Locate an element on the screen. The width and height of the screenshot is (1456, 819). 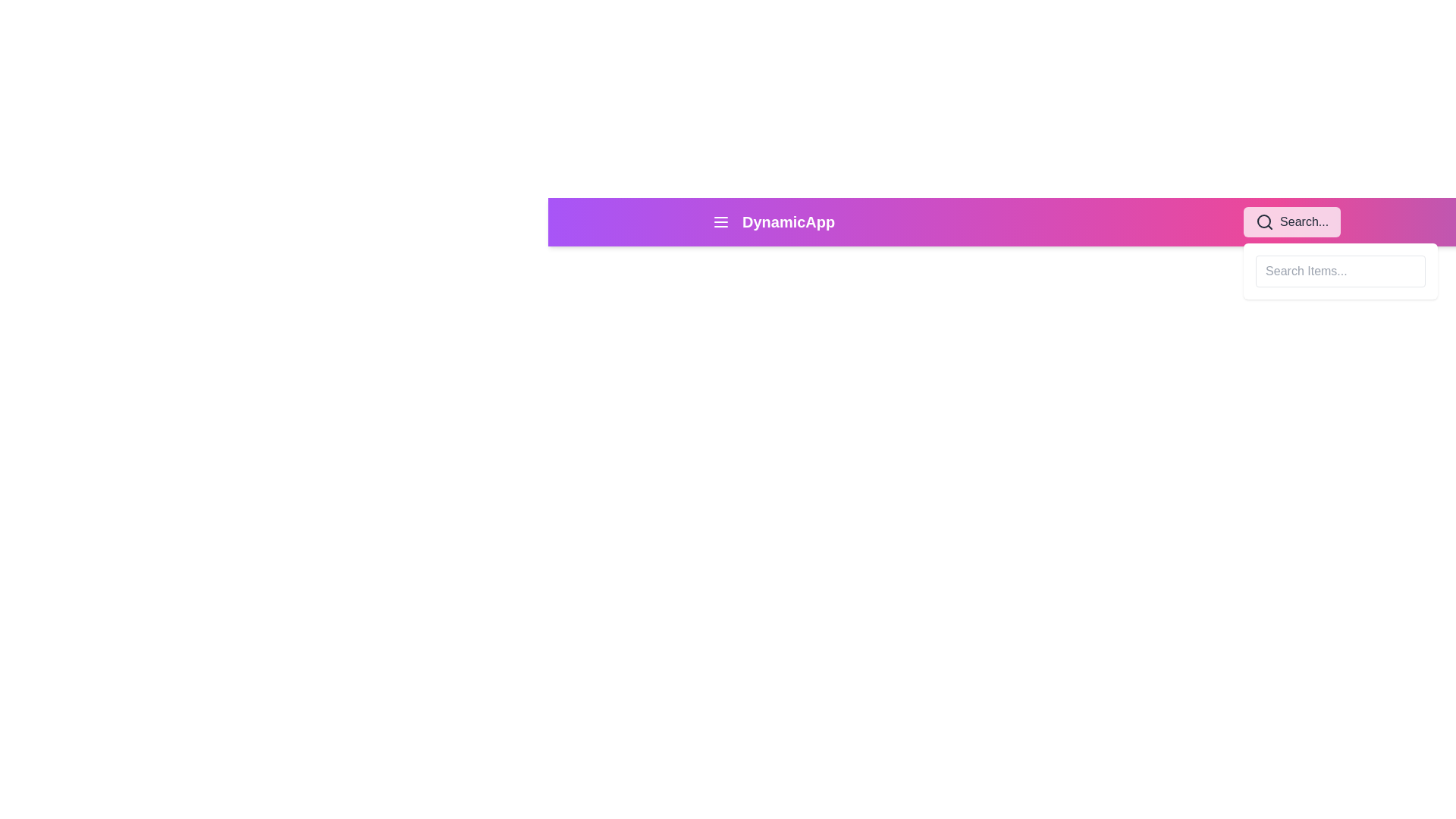
the magnifying glass icon located on the right side of the top navigation bar to initiate a search is located at coordinates (1265, 222).